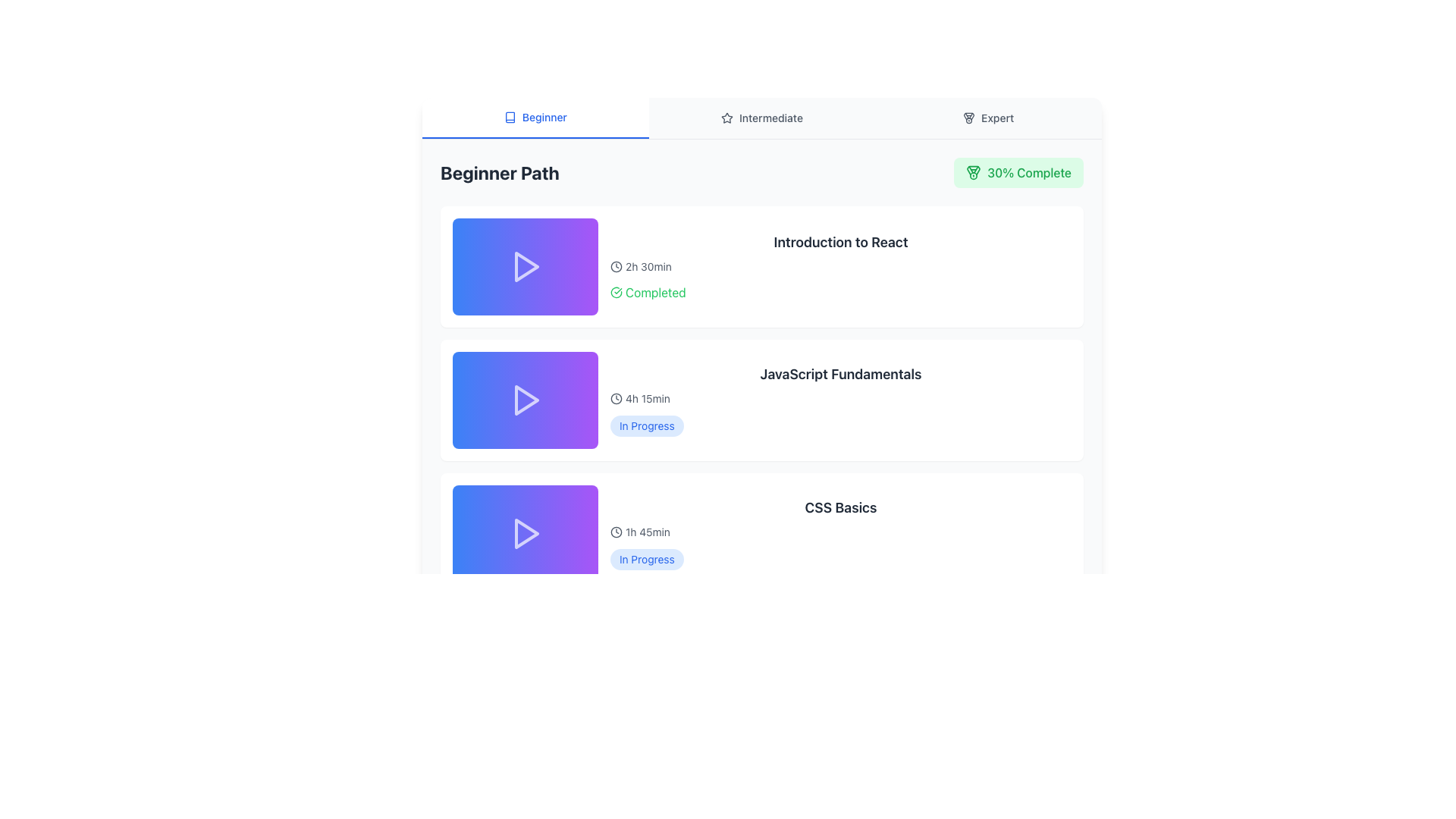 The width and height of the screenshot is (1456, 819). I want to click on the play button located in the second module titled 'JavaScript Fundamentals' to initiate playback of the associated content, so click(525, 400).